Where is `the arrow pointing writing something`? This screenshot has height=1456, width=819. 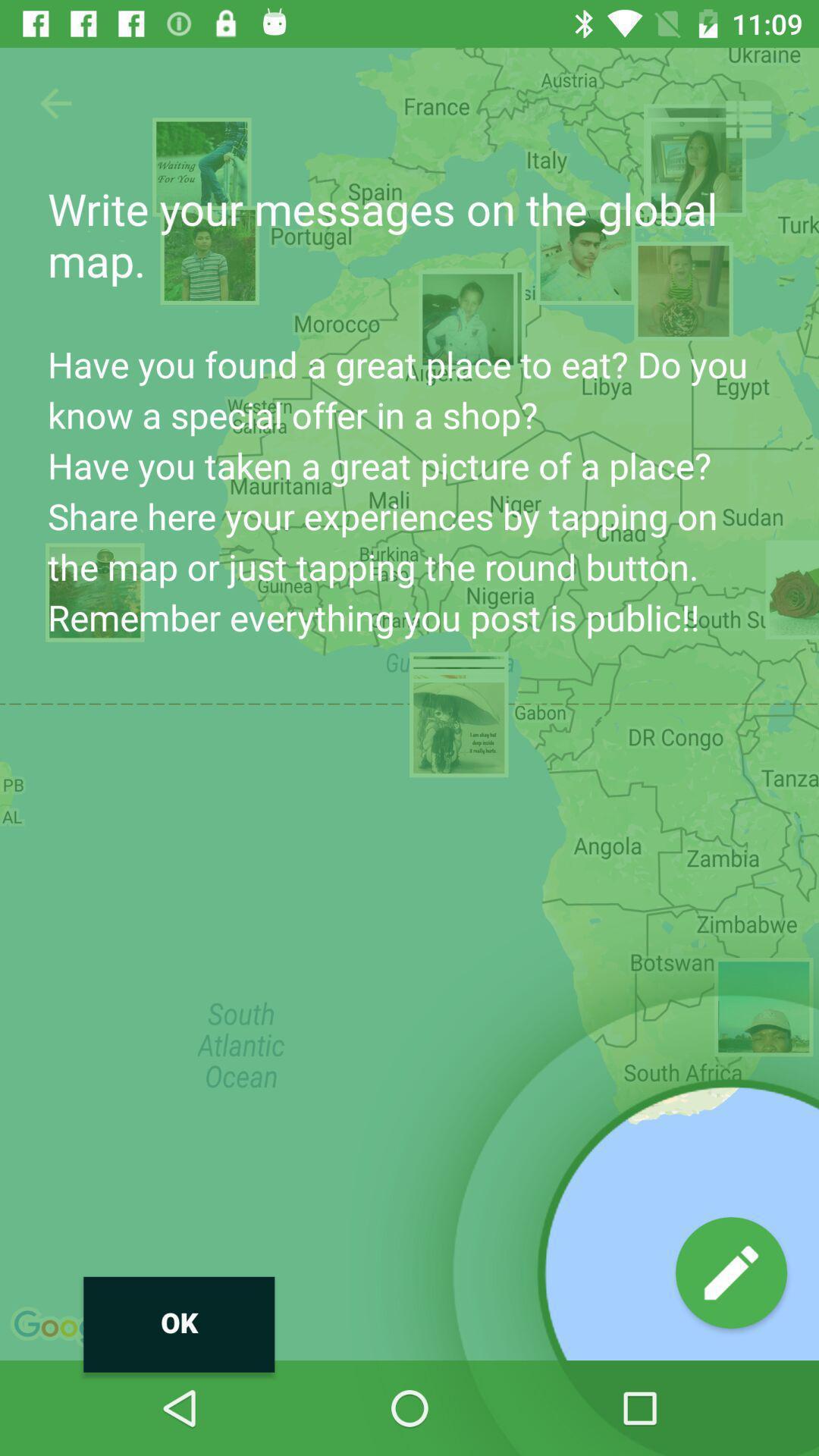 the arrow pointing writing something is located at coordinates (730, 1272).